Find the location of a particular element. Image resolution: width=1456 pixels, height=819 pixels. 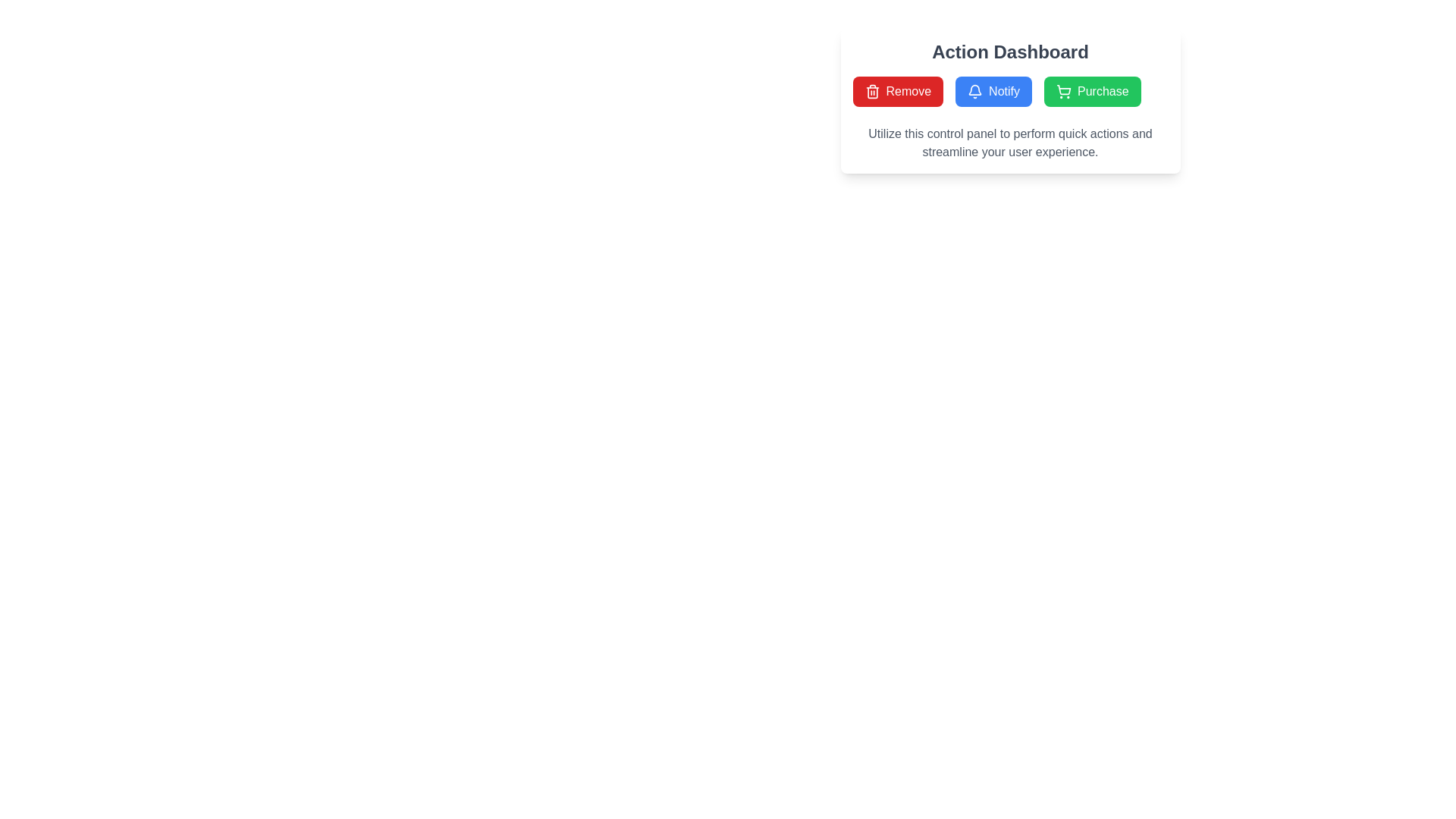

the shopping cart icon located within the 'Purchase' button at the far right of the row of three buttons under the 'Action Dashboard' is located at coordinates (1063, 89).